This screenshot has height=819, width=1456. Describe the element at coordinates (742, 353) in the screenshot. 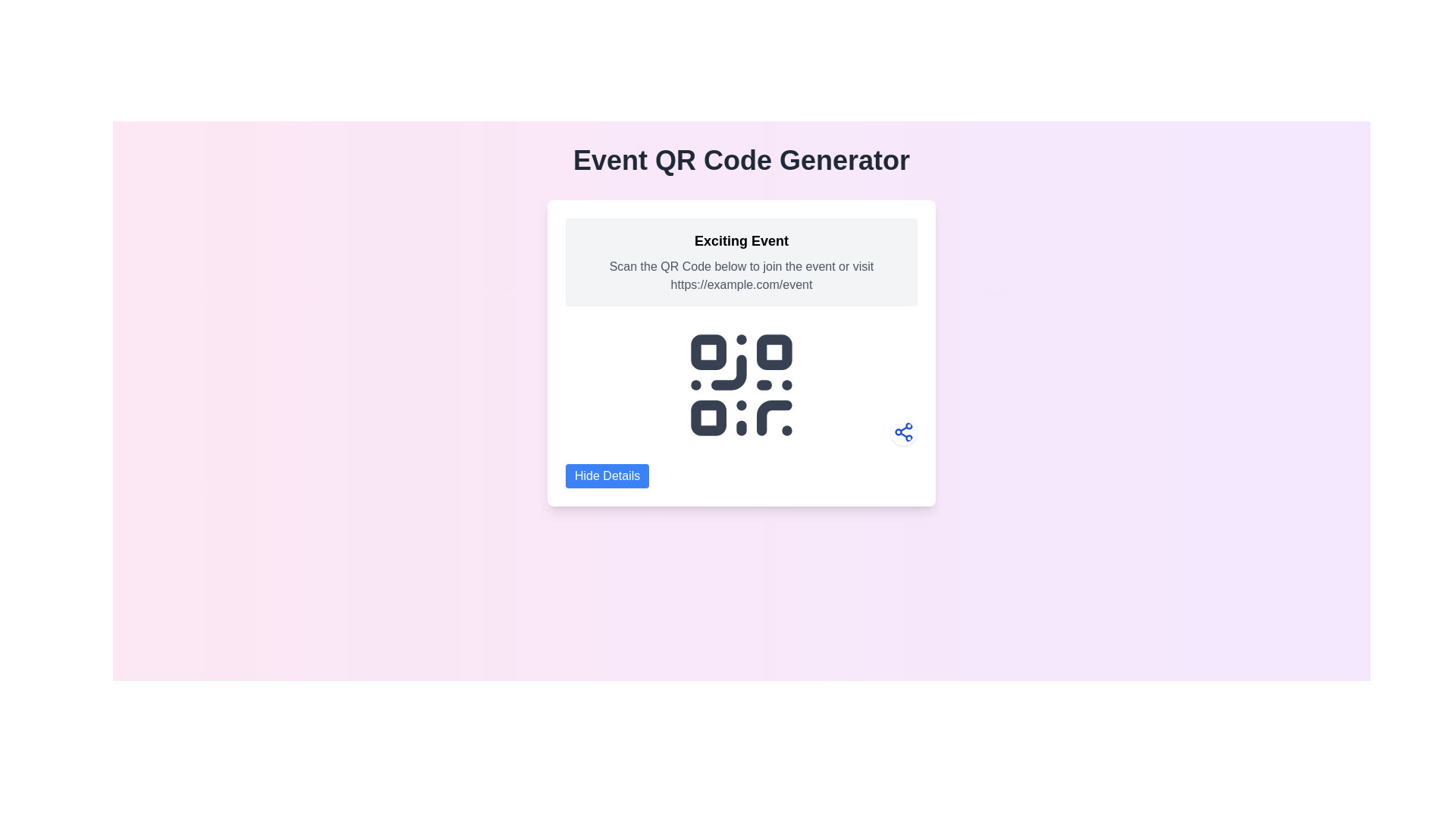

I see `the QR code within the card that provides information about the event` at that location.